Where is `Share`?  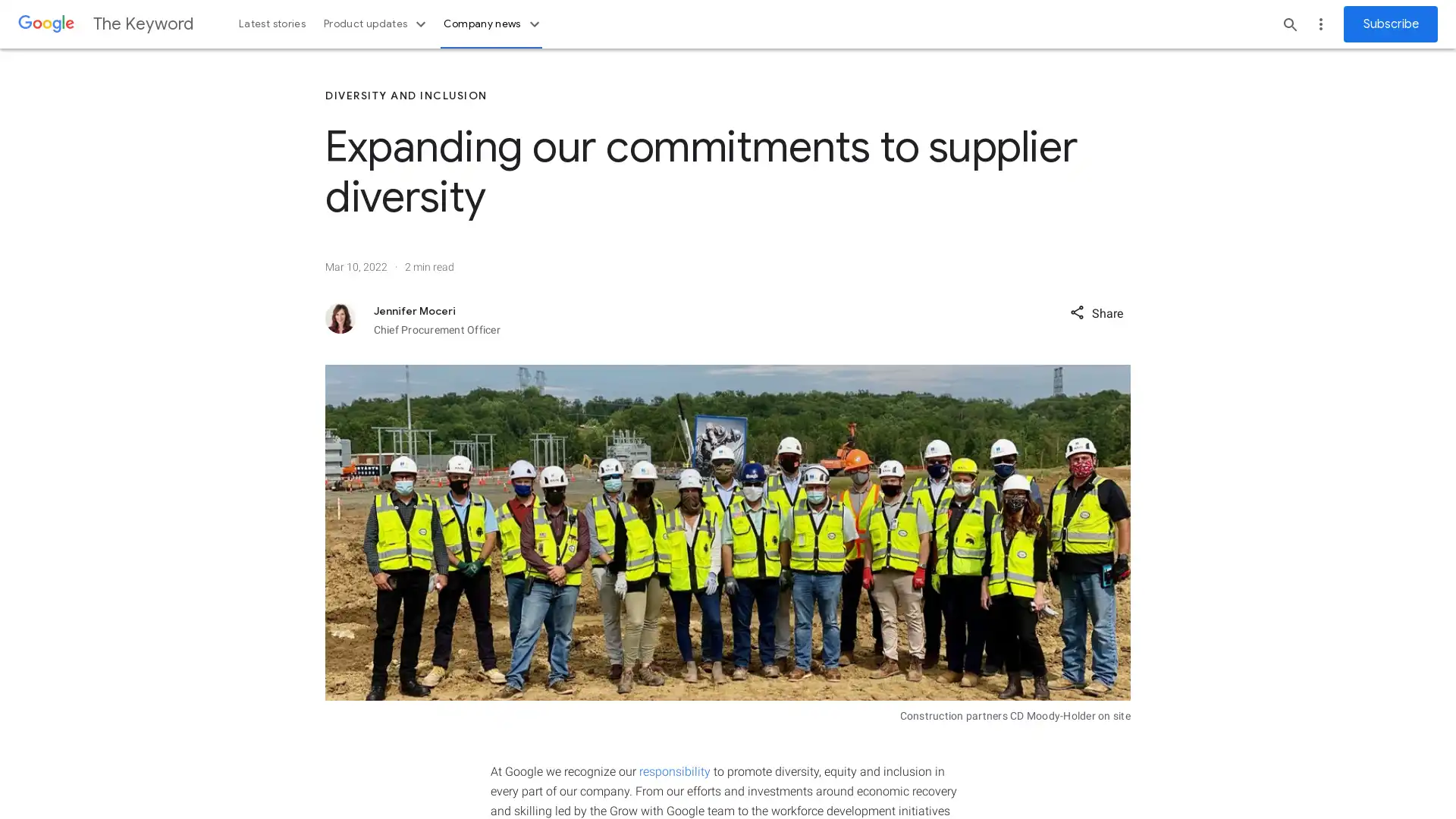 Share is located at coordinates (1096, 311).